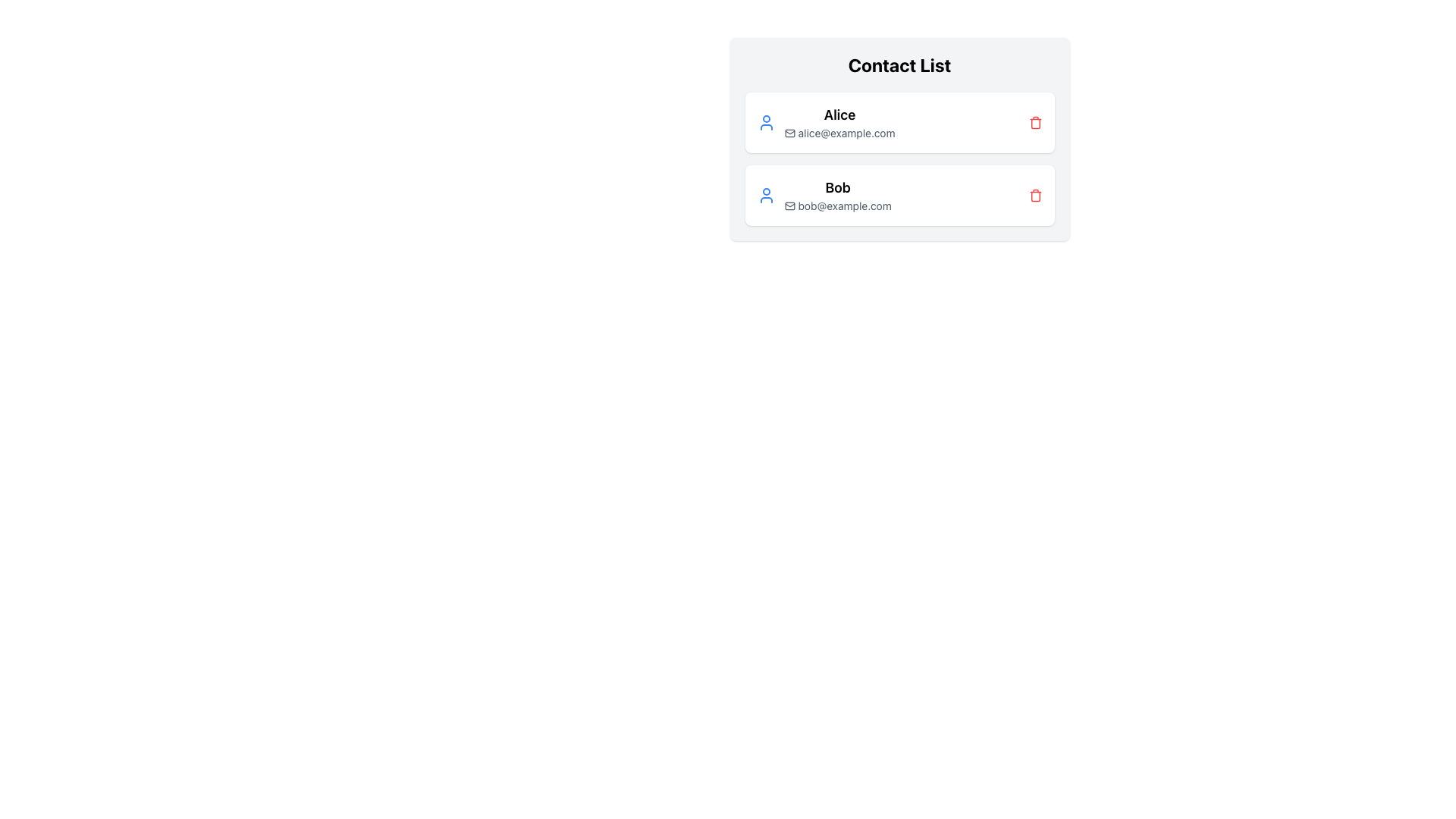 This screenshot has height=819, width=1456. I want to click on the trash bin icon button located to the right of 'alice@example.com', so click(1034, 122).